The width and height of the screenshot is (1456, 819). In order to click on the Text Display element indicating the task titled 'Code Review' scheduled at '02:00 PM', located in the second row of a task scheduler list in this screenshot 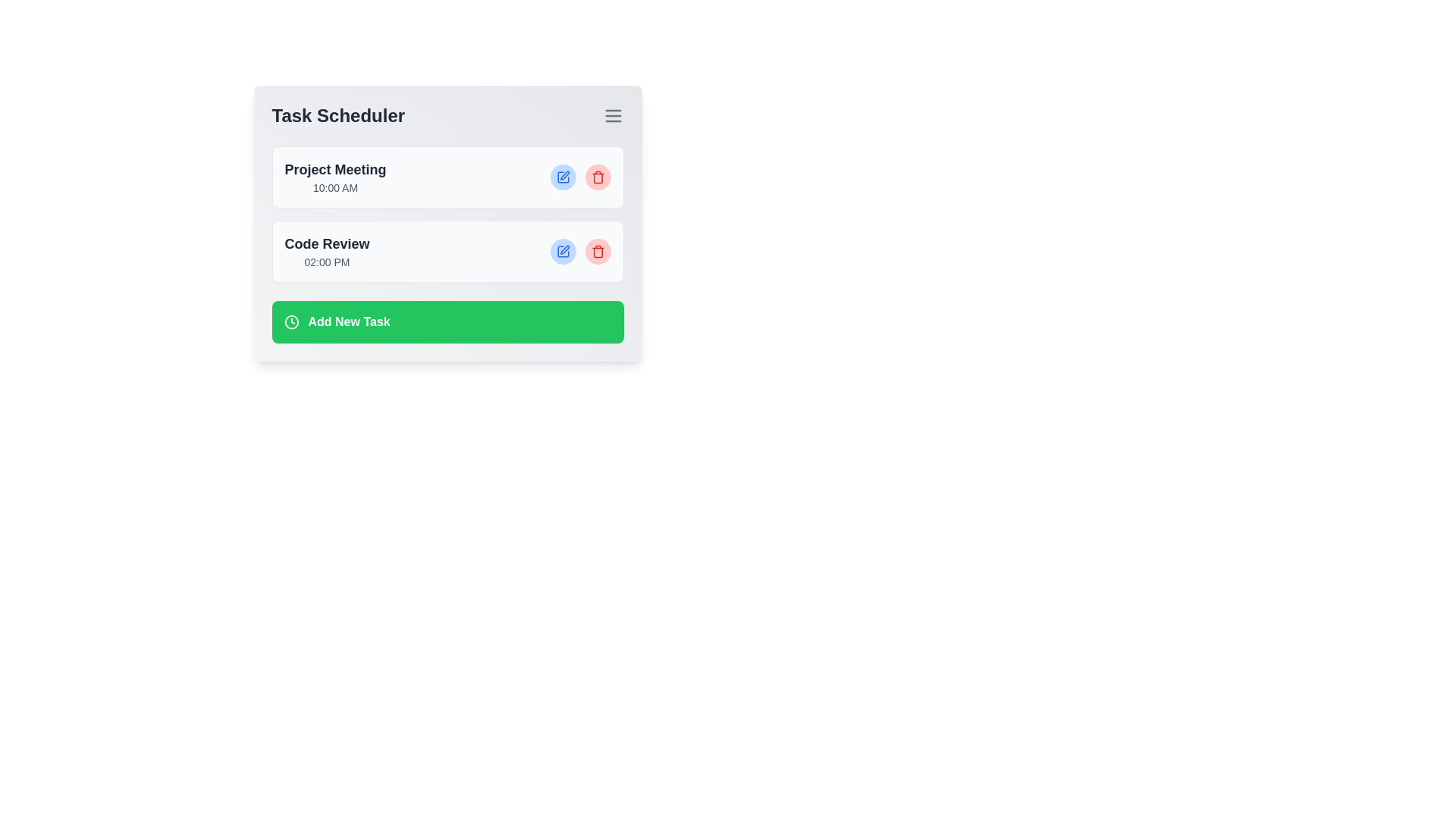, I will do `click(326, 250)`.